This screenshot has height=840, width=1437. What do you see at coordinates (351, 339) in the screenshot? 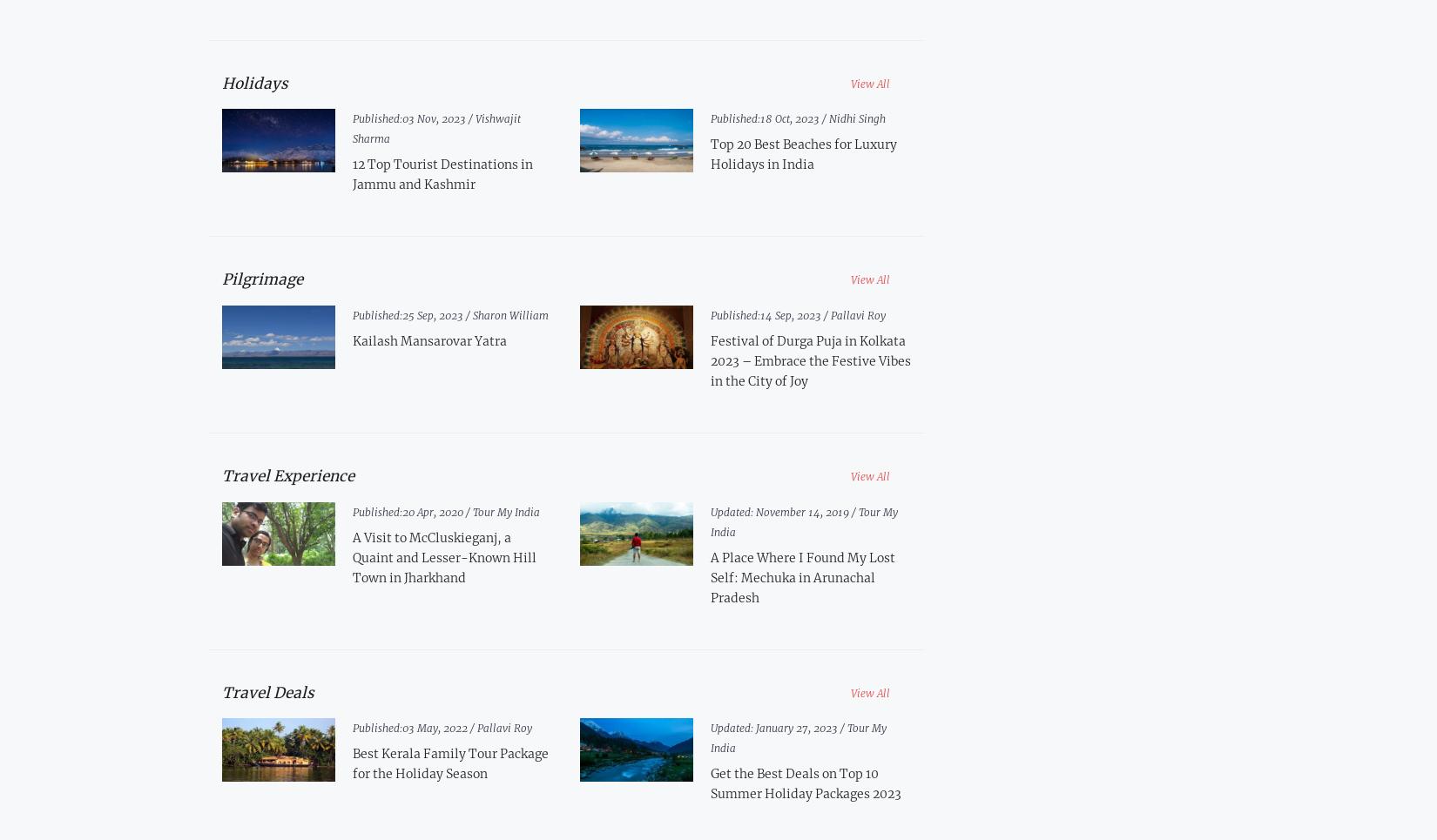
I see `'Kailash Mansarovar Yatra'` at bounding box center [351, 339].